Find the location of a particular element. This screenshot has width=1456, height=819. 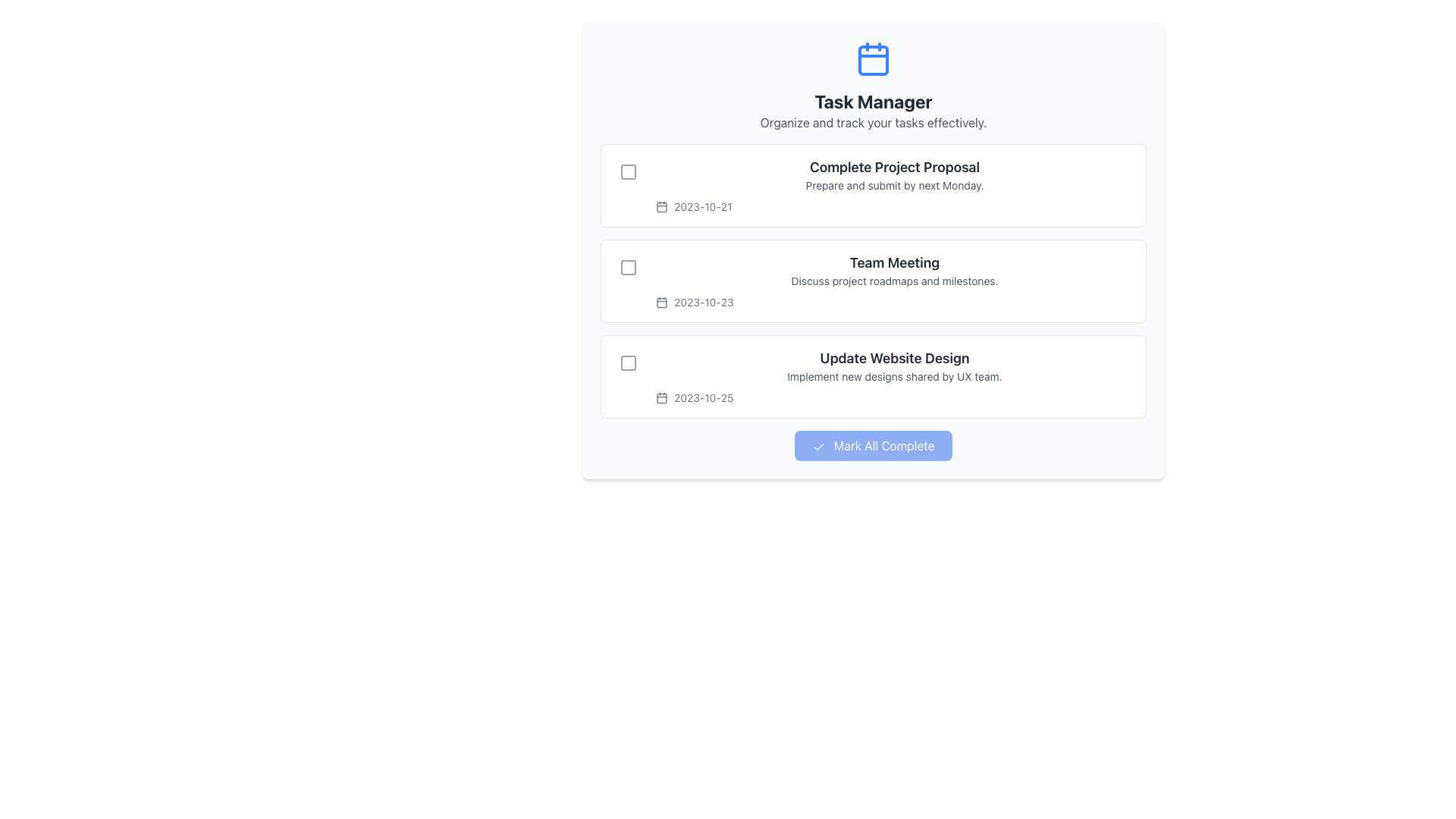

the Checkbox-like toggle icon adjacent to the date '2023-10-23' is located at coordinates (629, 267).